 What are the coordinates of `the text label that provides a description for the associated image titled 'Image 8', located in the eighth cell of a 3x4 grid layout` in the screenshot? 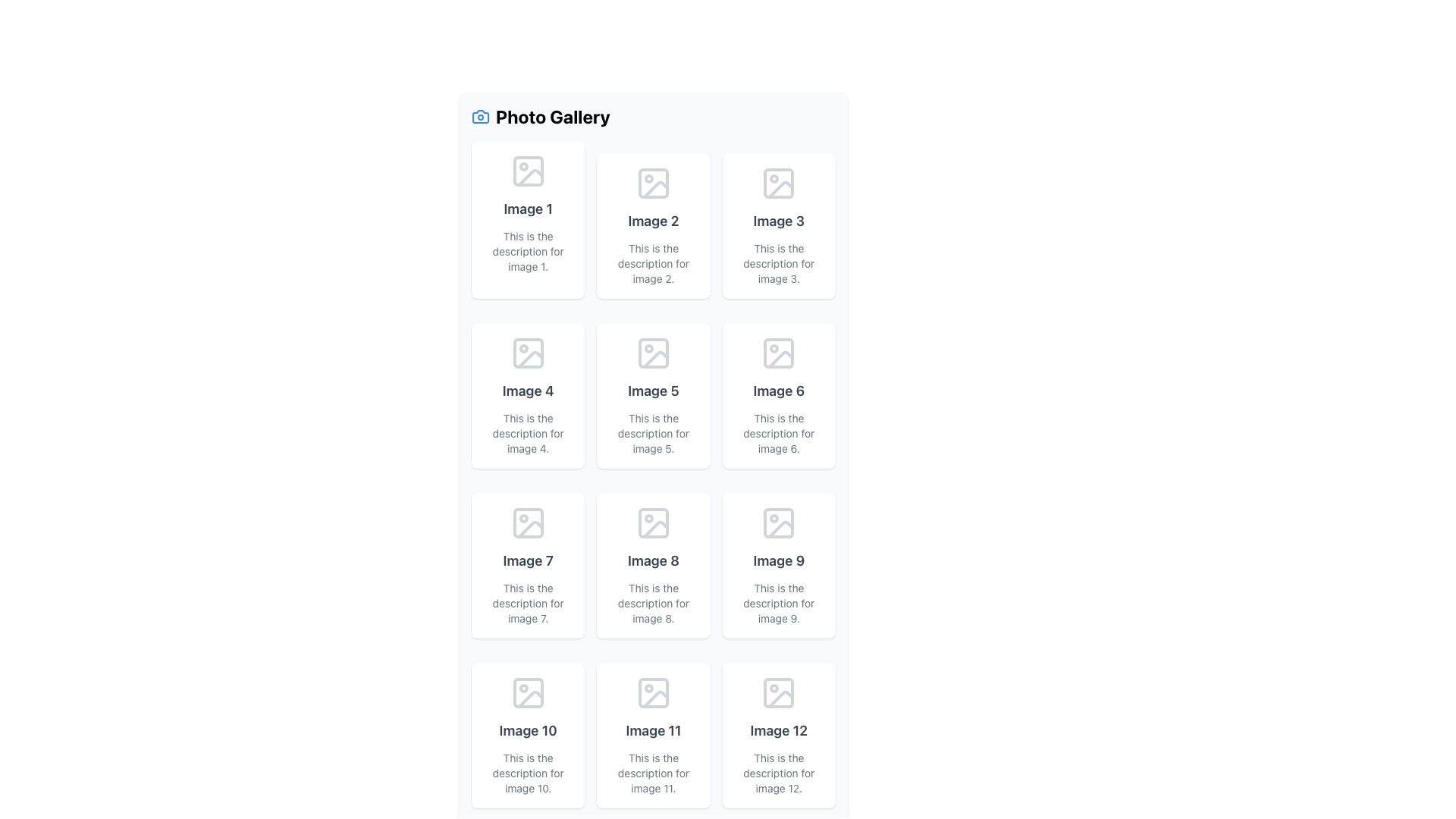 It's located at (654, 602).